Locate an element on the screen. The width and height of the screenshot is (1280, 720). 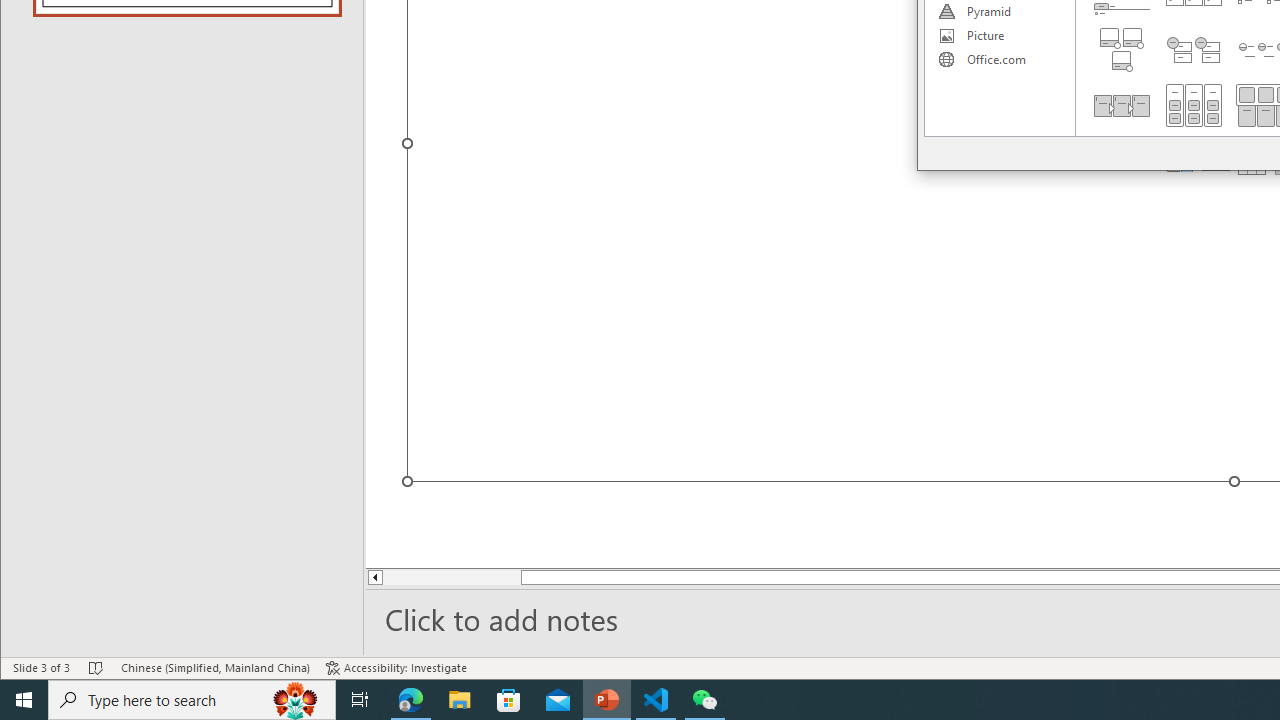
'Picture' is located at coordinates (999, 36).